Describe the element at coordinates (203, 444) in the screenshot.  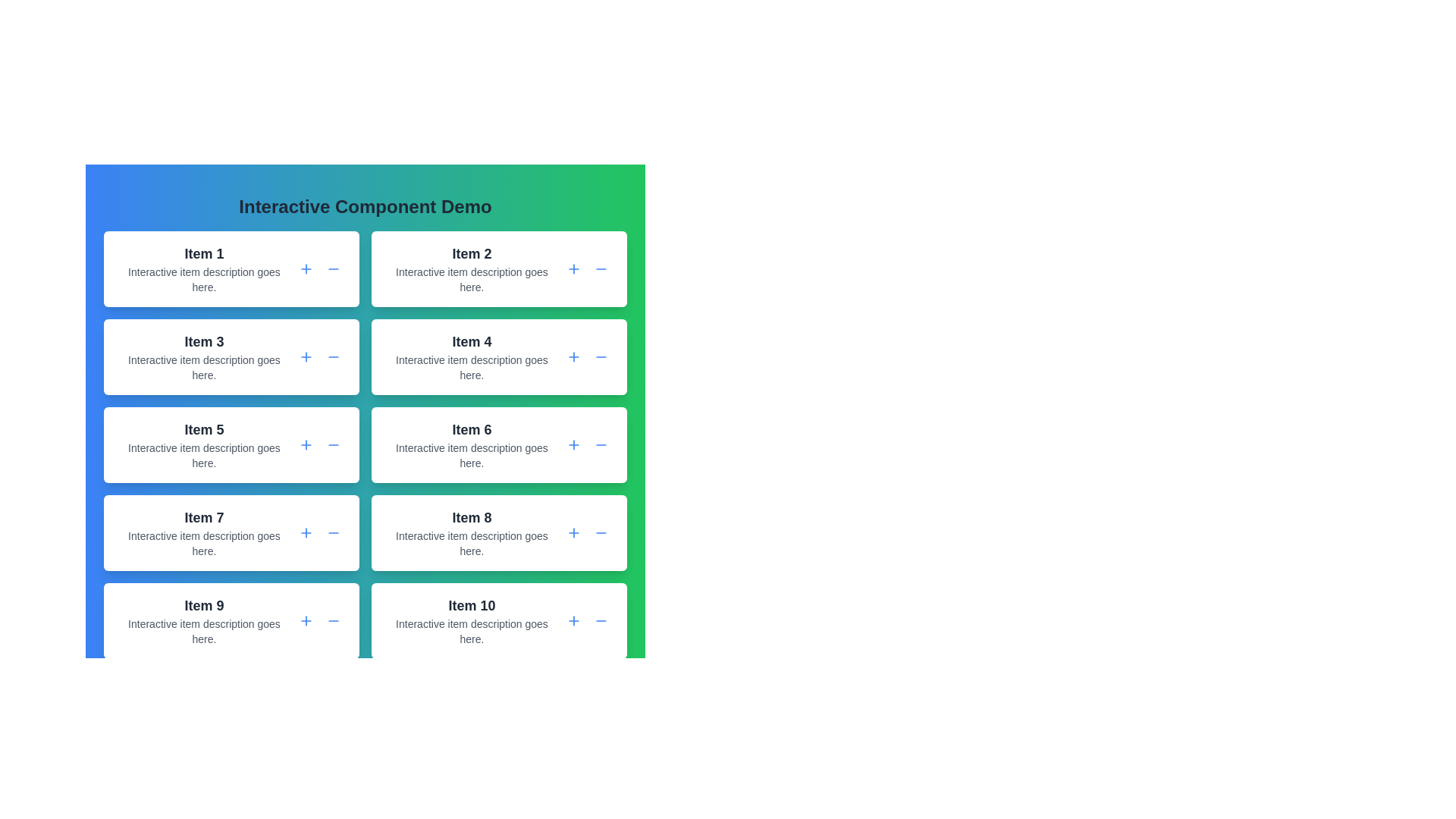
I see `the Textual display component that provides descriptive information about 'Item 5', located in the fifth row of a grid layout in the left column` at that location.